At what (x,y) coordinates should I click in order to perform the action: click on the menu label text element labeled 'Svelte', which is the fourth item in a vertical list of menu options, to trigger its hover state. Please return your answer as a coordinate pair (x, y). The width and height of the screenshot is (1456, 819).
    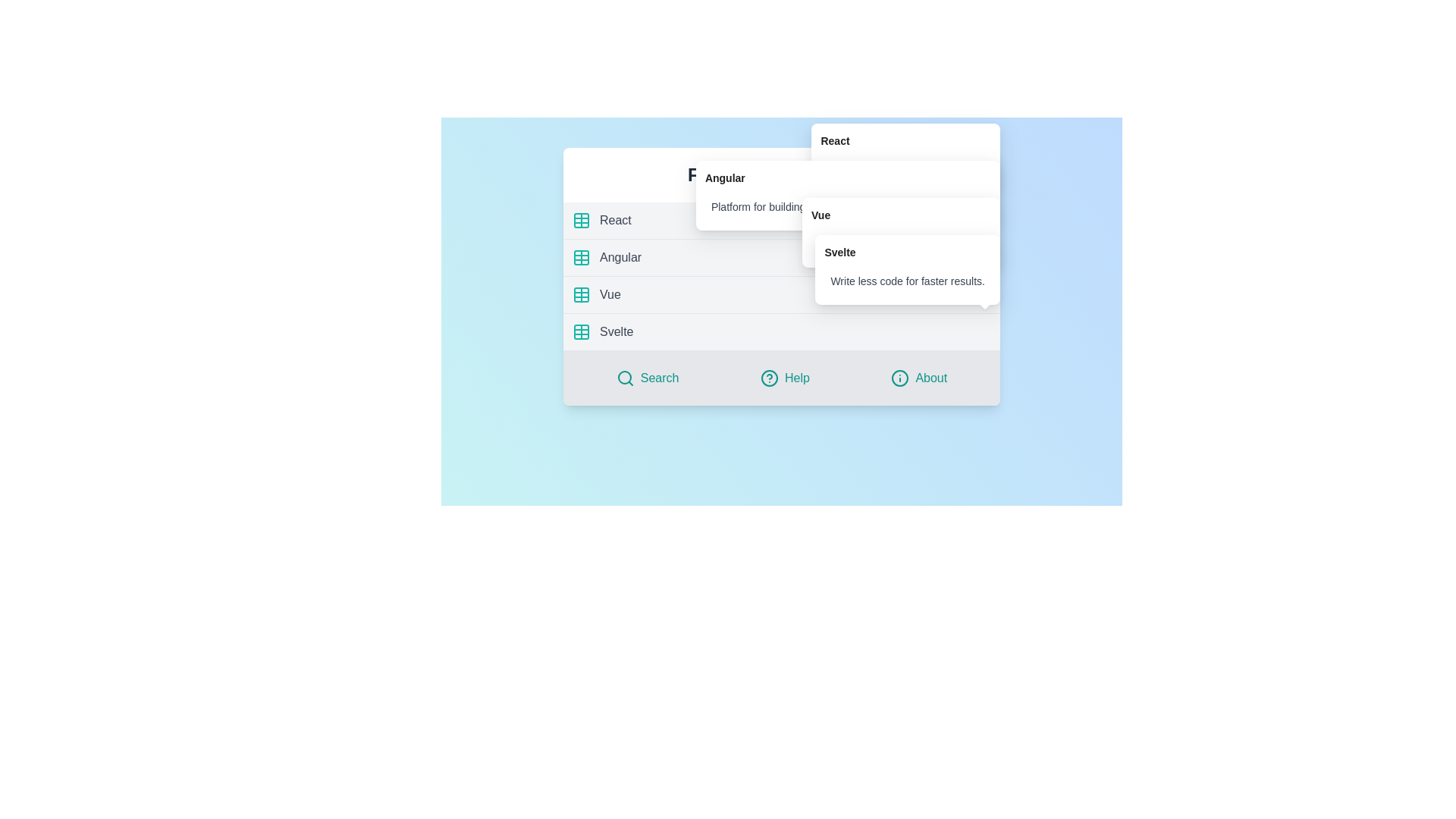
    Looking at the image, I should click on (617, 331).